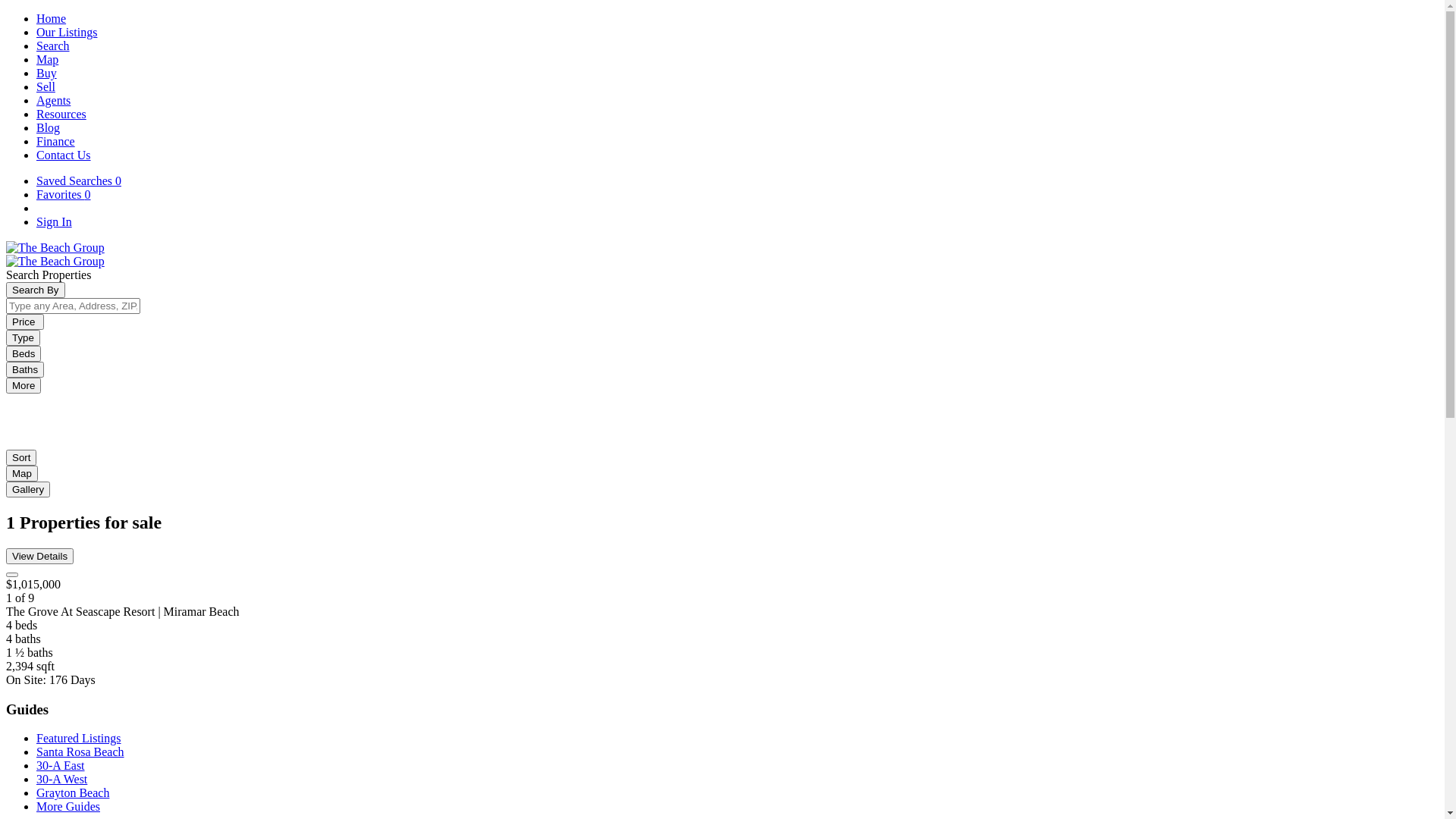  I want to click on 'Gallery', so click(28, 488).